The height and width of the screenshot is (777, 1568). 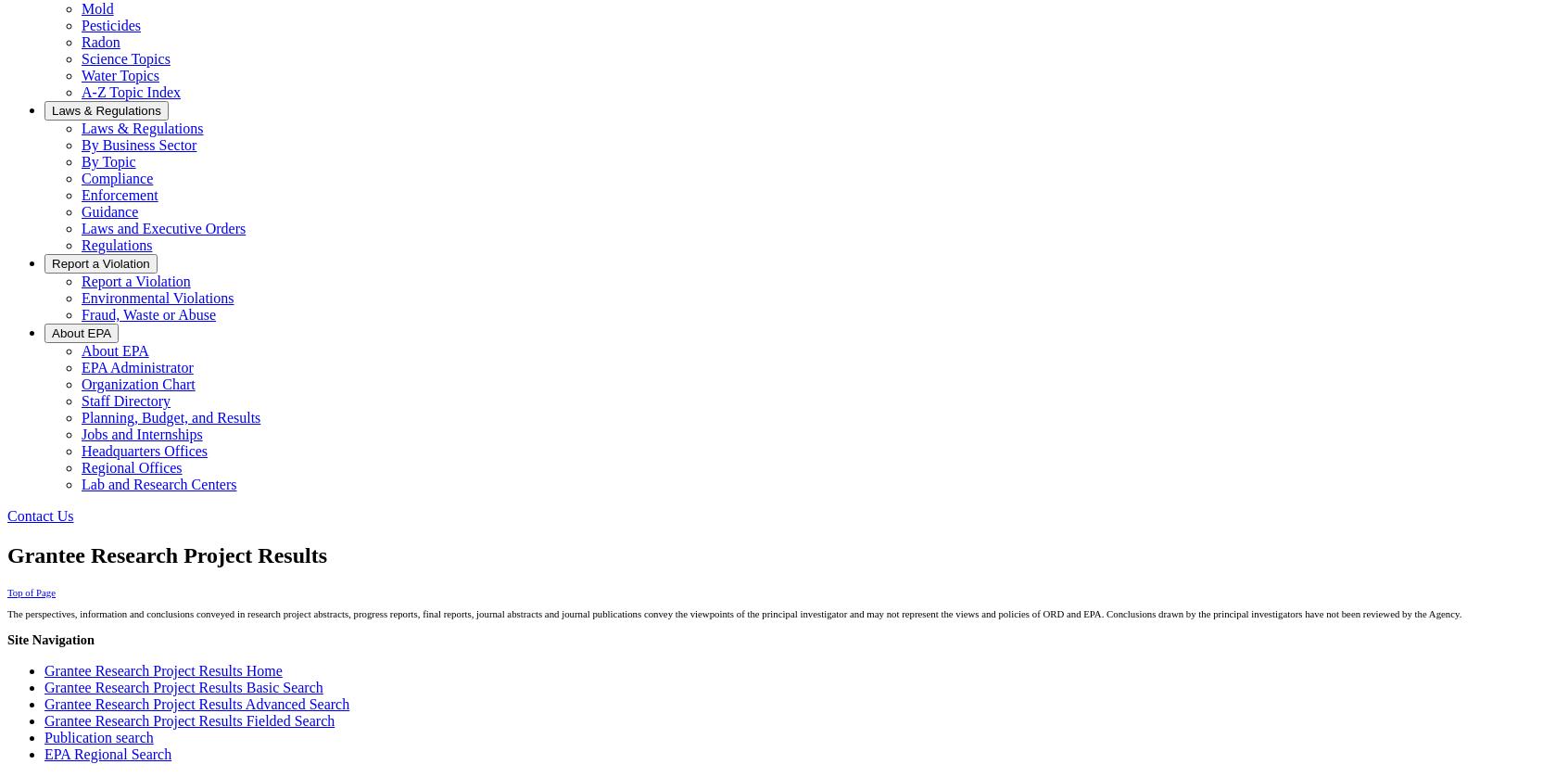 I want to click on 'Regulations', so click(x=117, y=244).